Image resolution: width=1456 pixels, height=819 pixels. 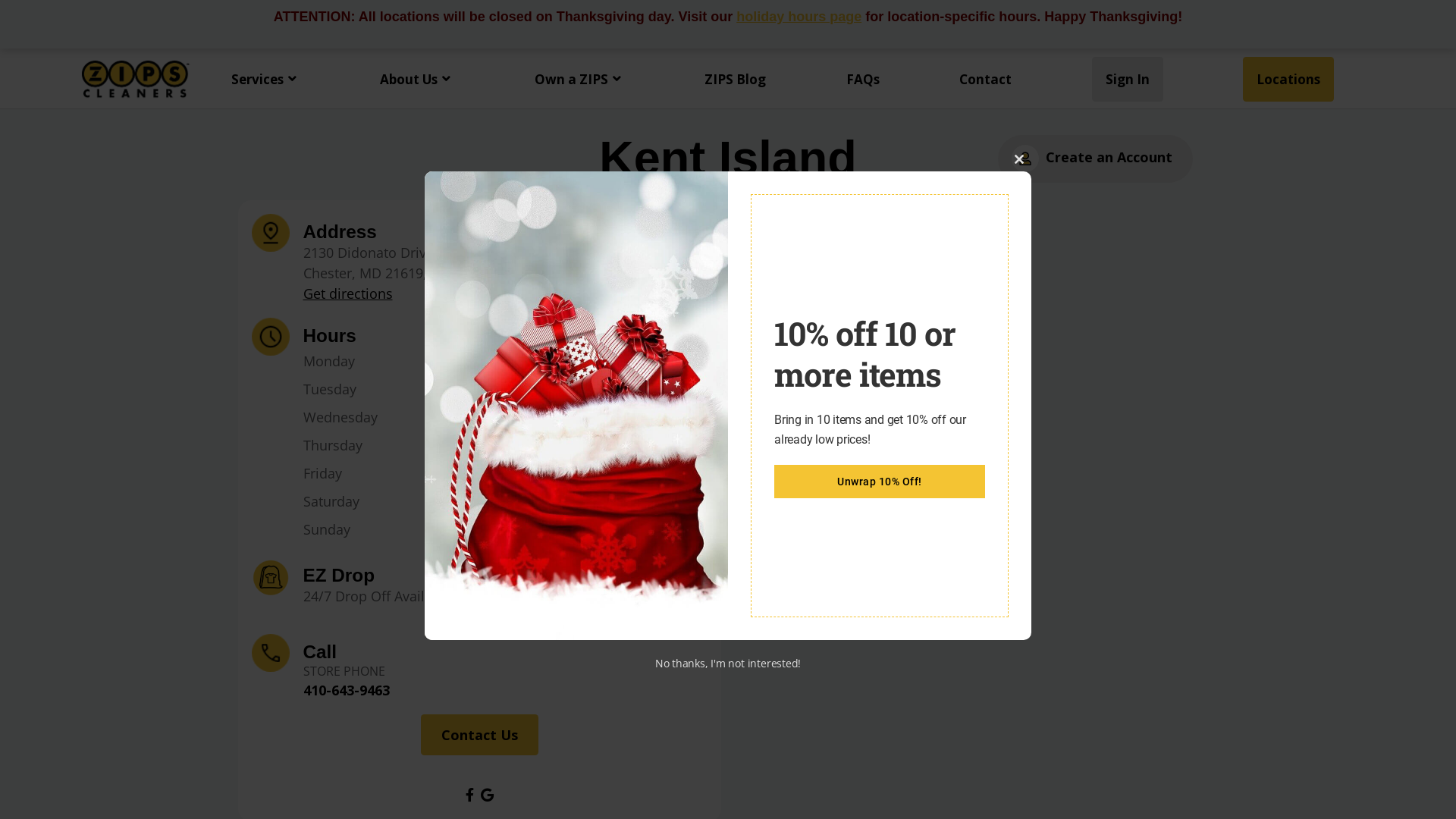 What do you see at coordinates (265, 79) in the screenshot?
I see `'Services'` at bounding box center [265, 79].